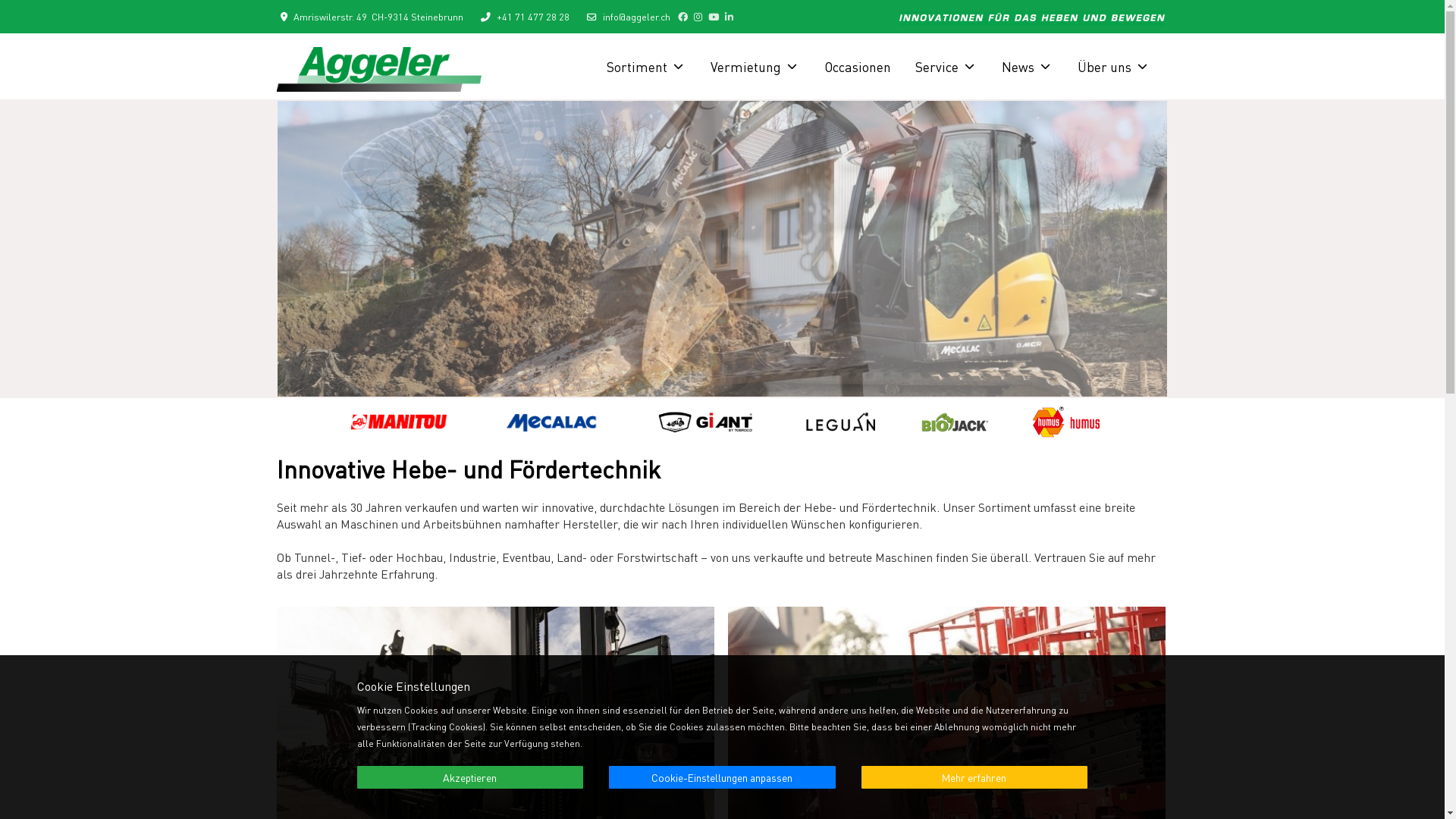 This screenshot has height=819, width=1456. I want to click on 'Vermietung', so click(697, 66).